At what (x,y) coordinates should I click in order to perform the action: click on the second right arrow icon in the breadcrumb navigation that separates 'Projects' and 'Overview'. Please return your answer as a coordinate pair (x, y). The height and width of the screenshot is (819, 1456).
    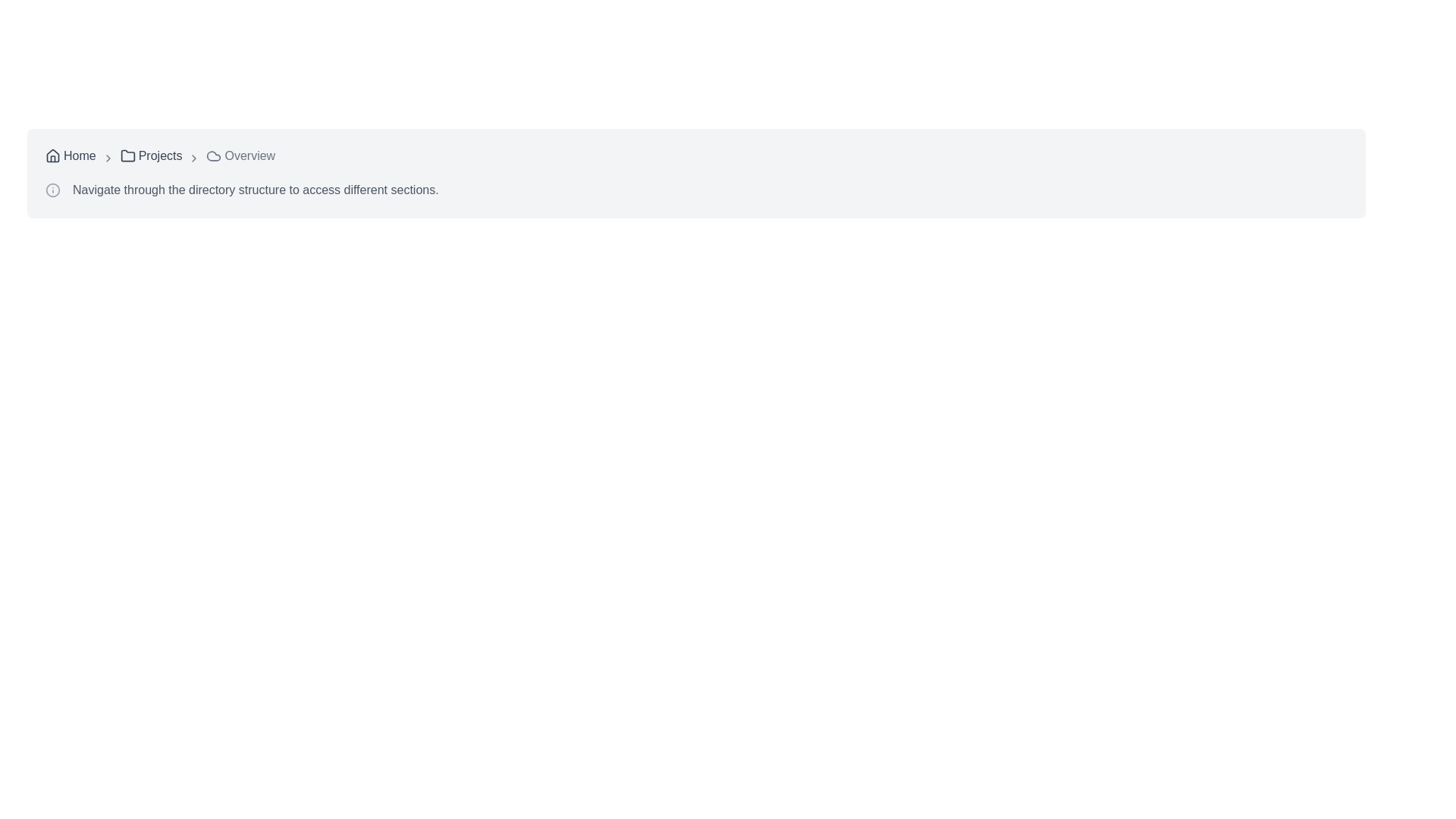
    Looking at the image, I should click on (193, 158).